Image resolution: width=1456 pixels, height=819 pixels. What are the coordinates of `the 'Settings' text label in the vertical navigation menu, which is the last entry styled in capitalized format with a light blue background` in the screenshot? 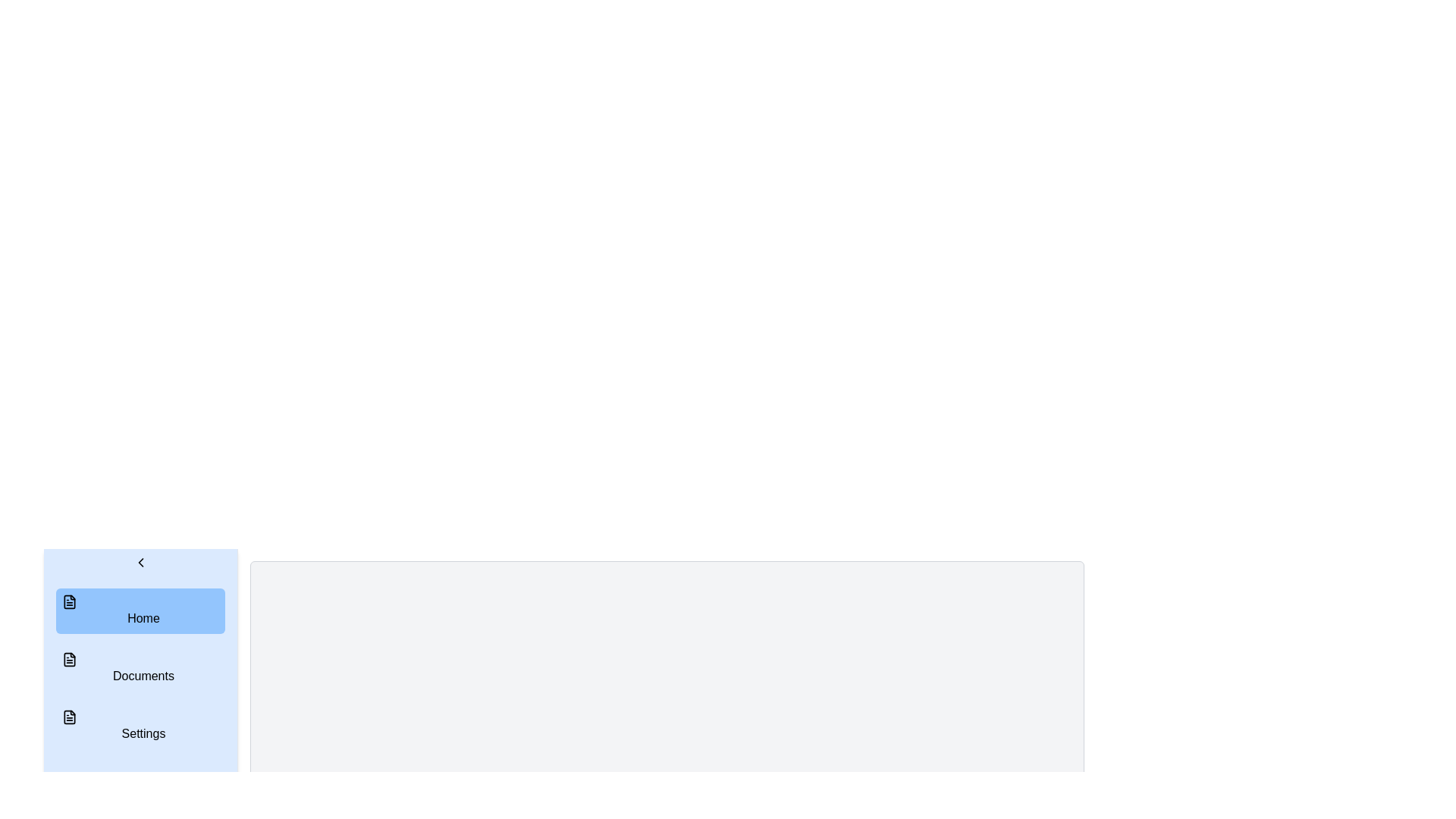 It's located at (143, 733).